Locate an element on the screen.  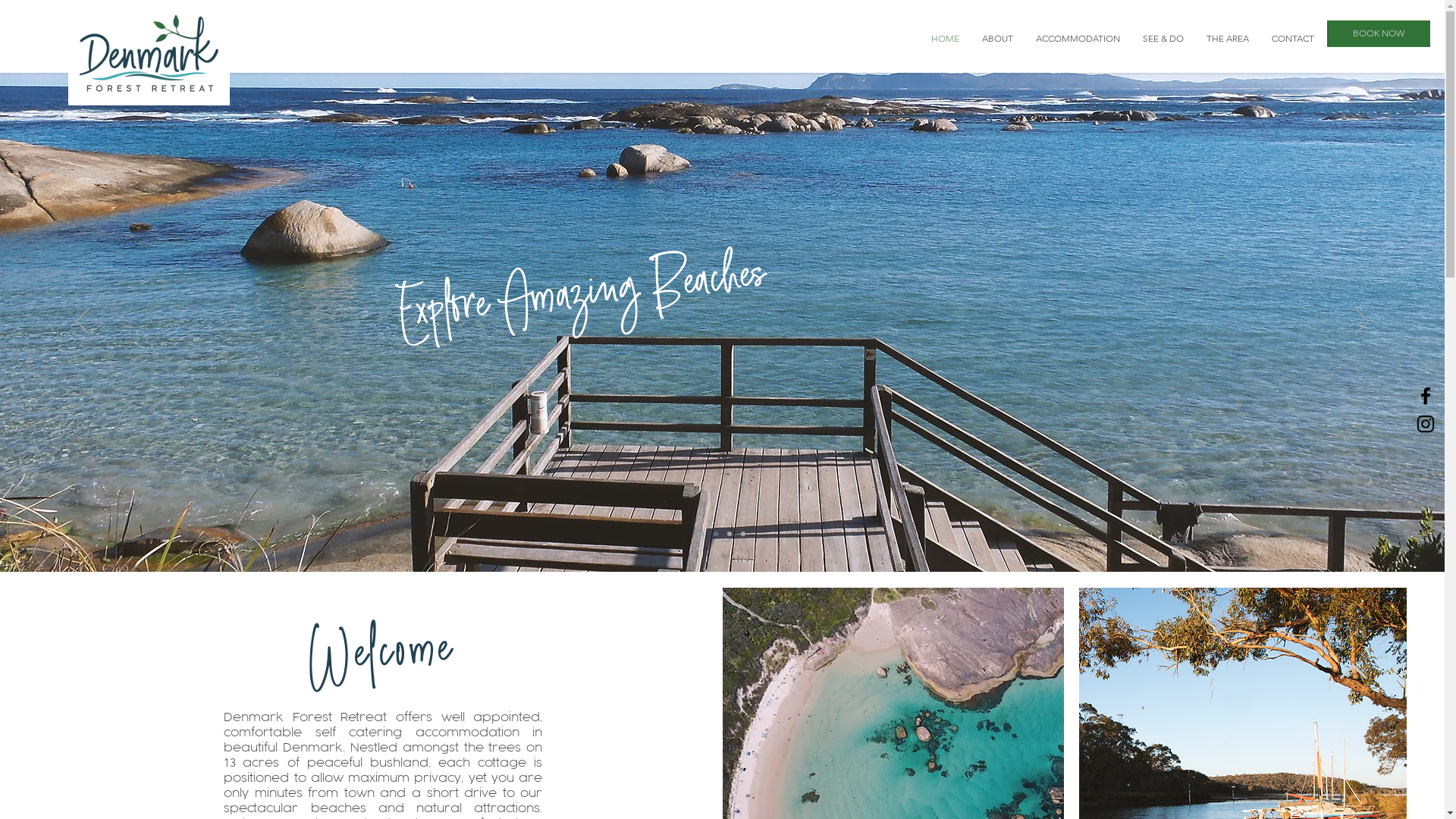
'SEE & DO' is located at coordinates (1163, 37).